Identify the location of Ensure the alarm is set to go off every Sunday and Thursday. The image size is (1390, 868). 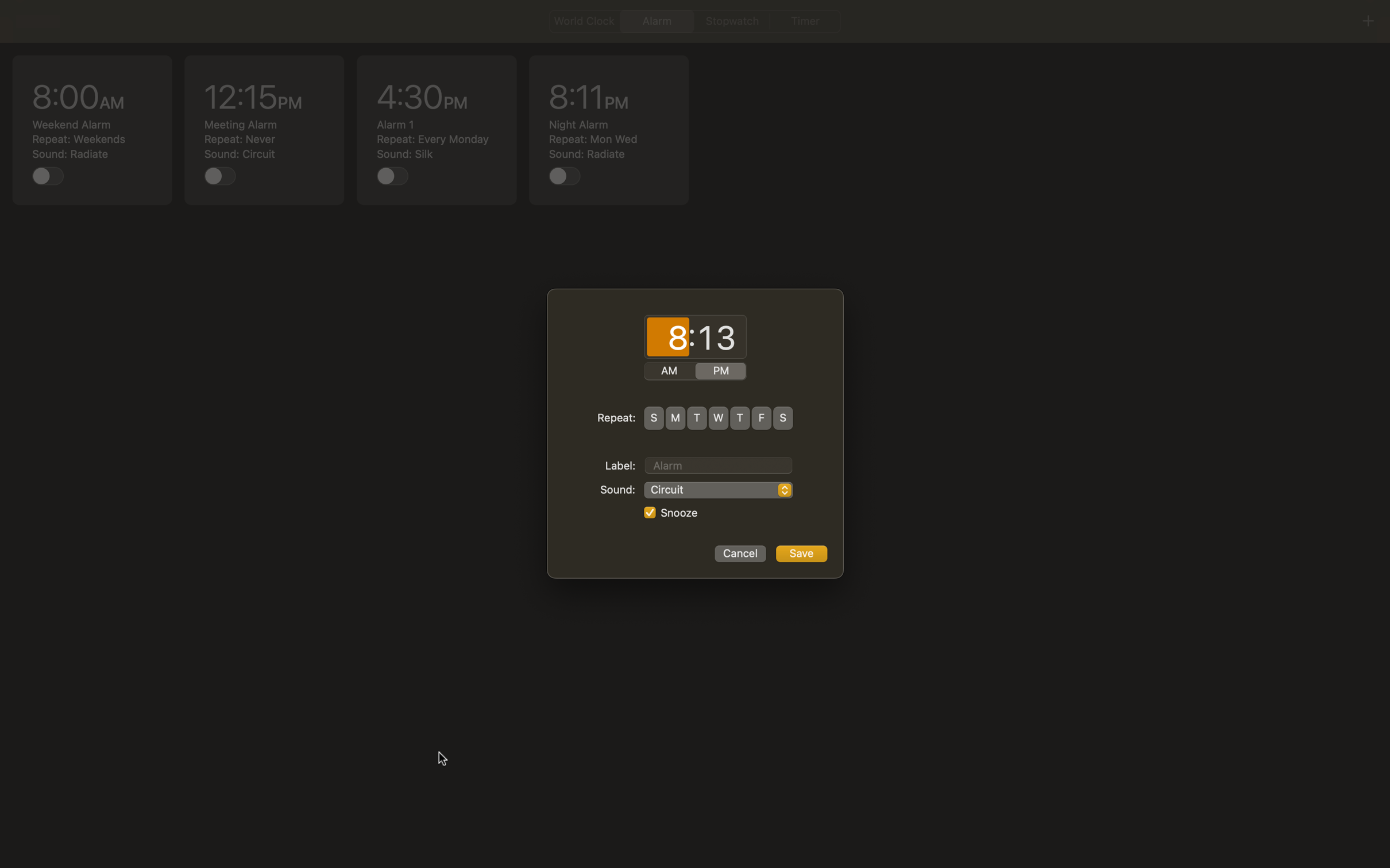
(653, 417).